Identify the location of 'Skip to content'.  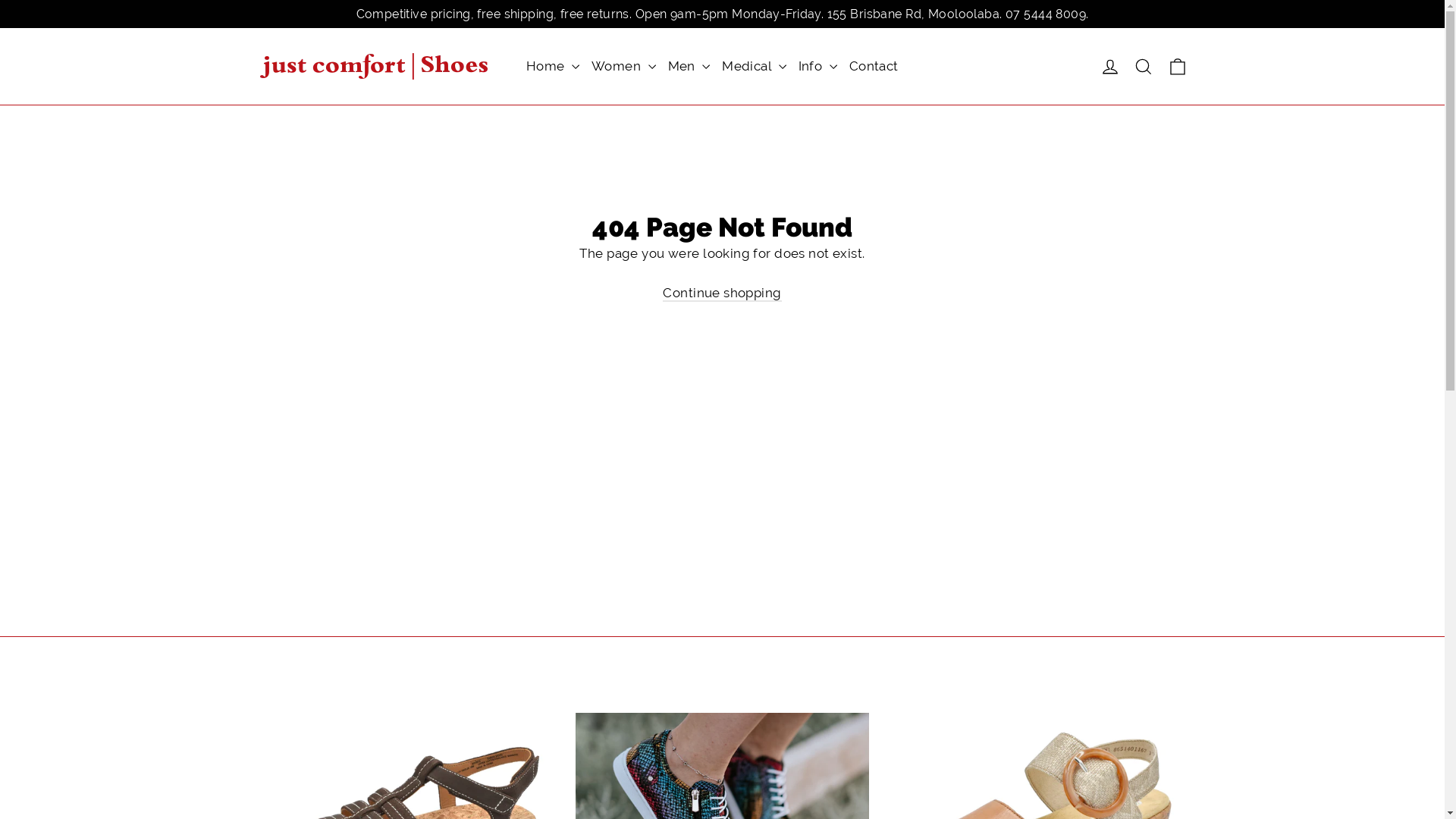
(0, 0).